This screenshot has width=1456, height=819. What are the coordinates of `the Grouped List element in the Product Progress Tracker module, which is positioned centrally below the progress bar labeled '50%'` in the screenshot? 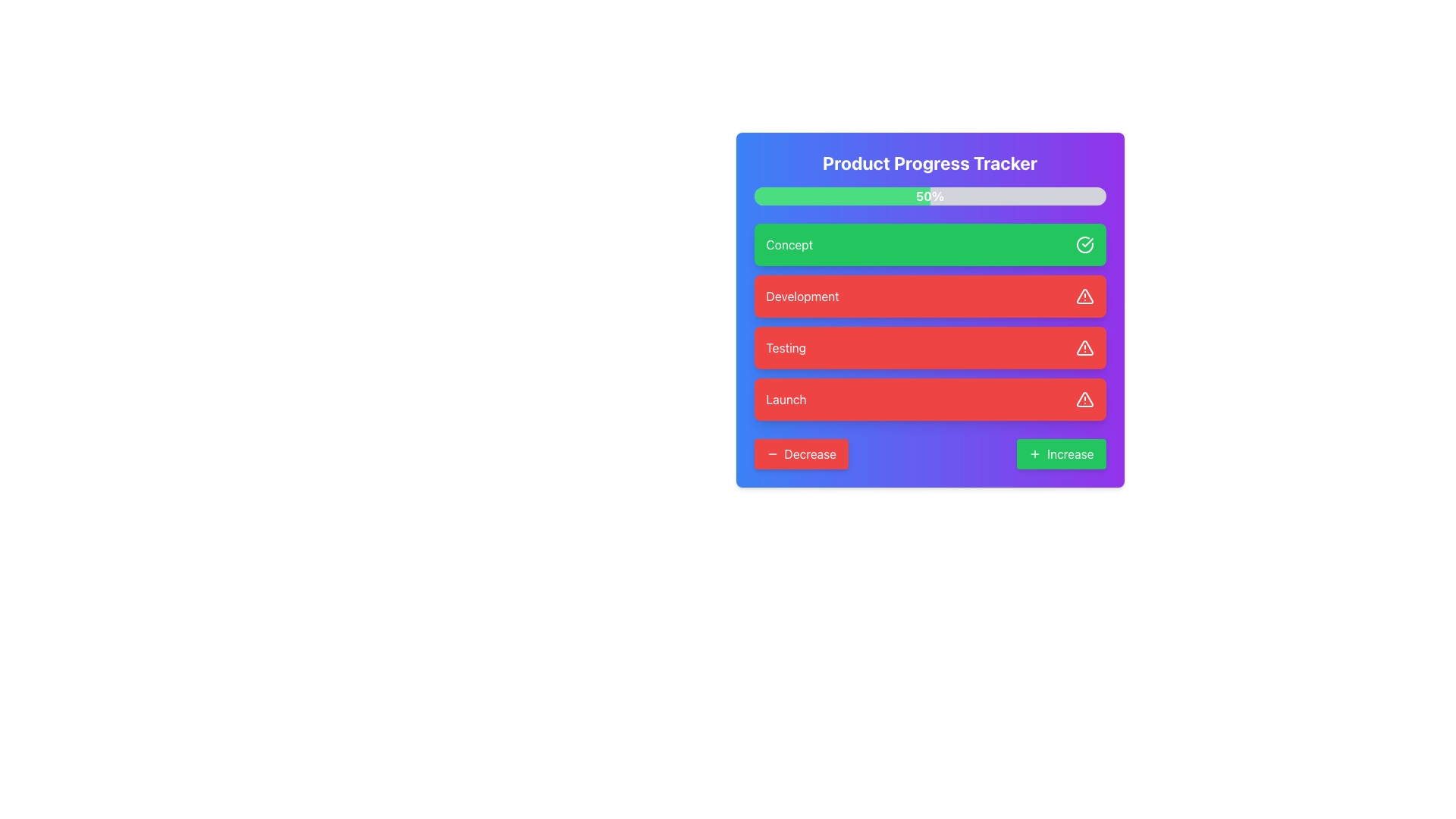 It's located at (929, 321).